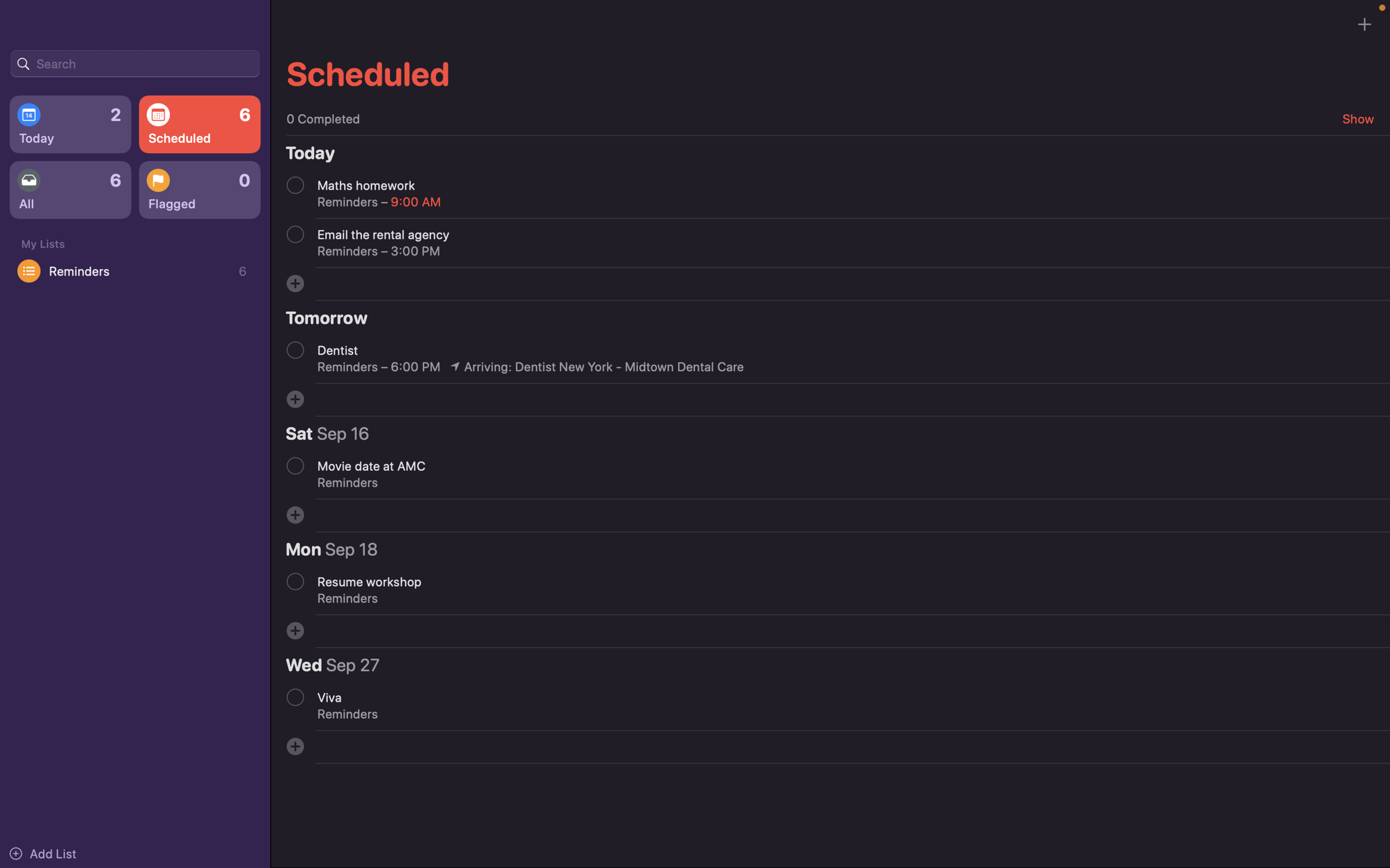 The height and width of the screenshot is (868, 1390). I want to click on Enter a new event titled "Project deadline", so click(295, 282).